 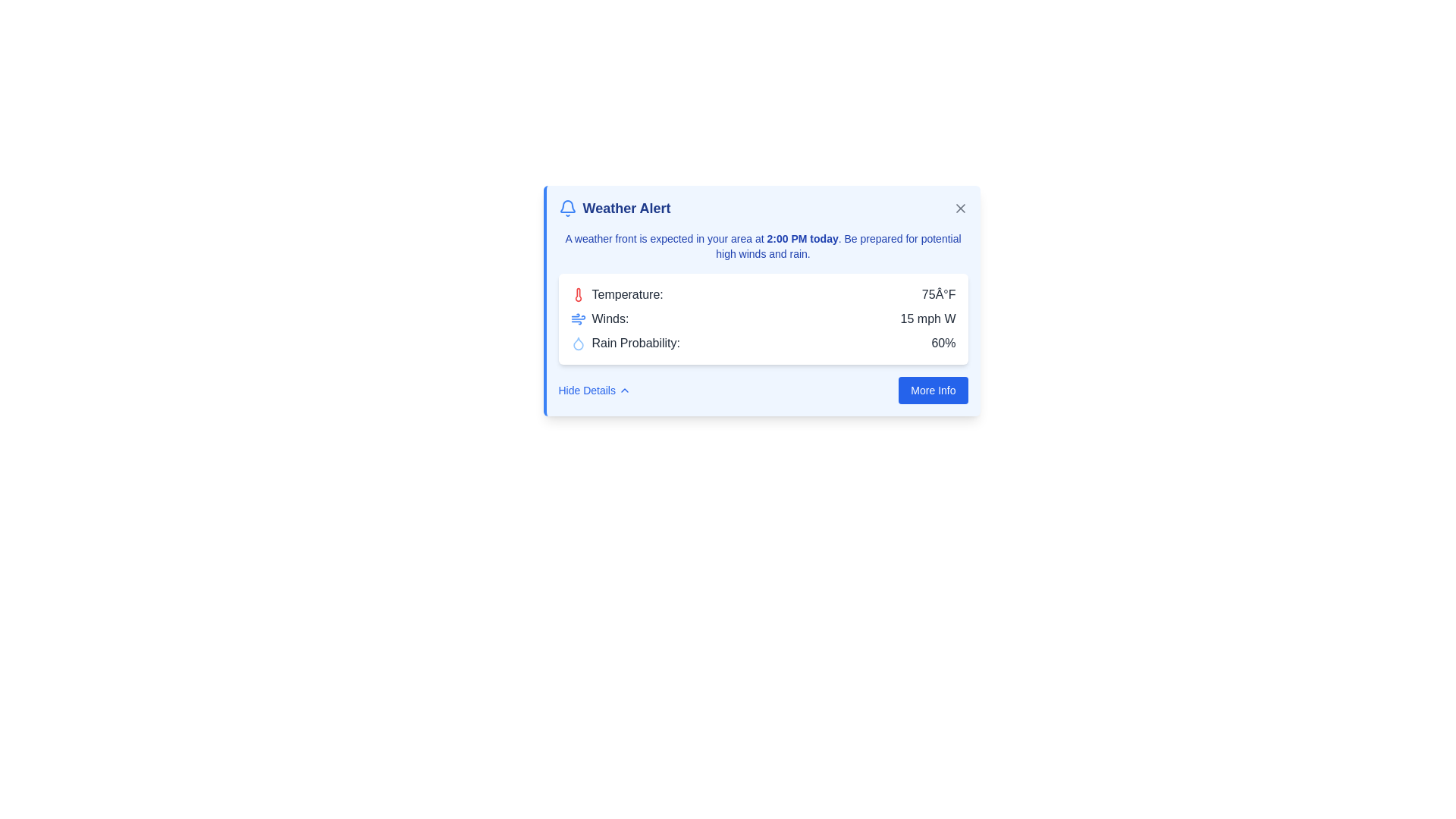 I want to click on the text content that informs the user about an upcoming weather alert, which is positioned centrally beneath the heading 'Weather Alert', so click(x=763, y=245).